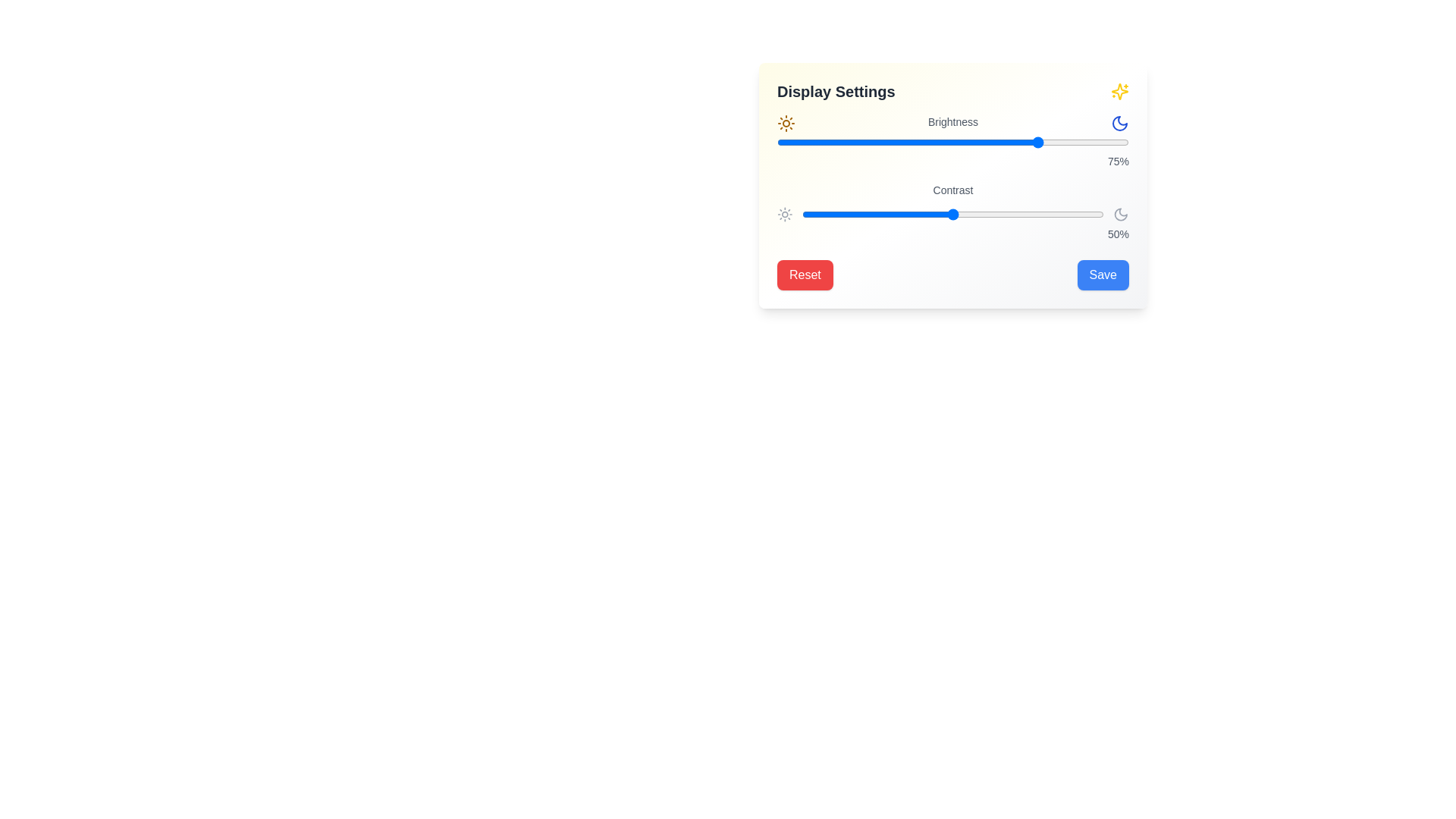 The image size is (1456, 819). What do you see at coordinates (786, 122) in the screenshot?
I see `the yellow sun icon located in the 'Display Settings' section to identify its purpose` at bounding box center [786, 122].